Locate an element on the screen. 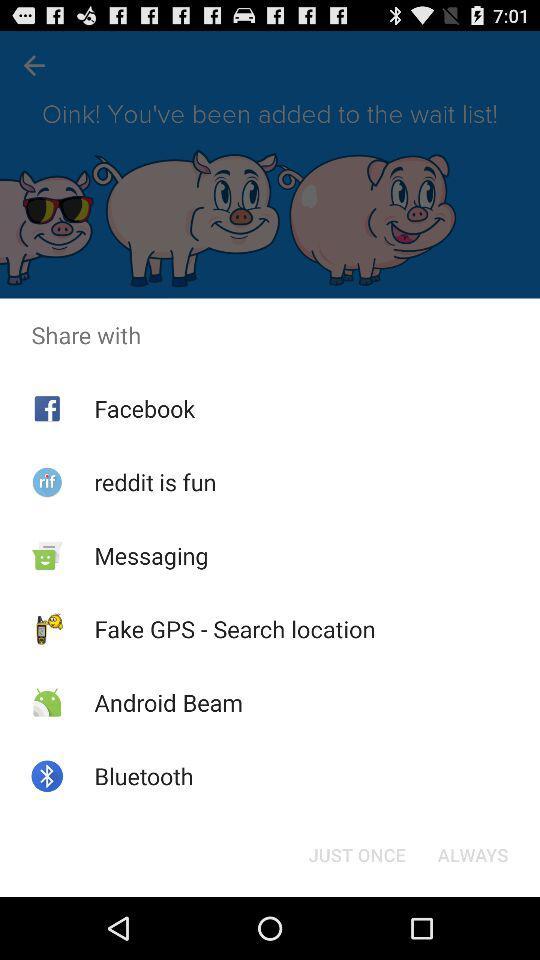 This screenshot has height=960, width=540. icon above reddit is fun item is located at coordinates (143, 407).